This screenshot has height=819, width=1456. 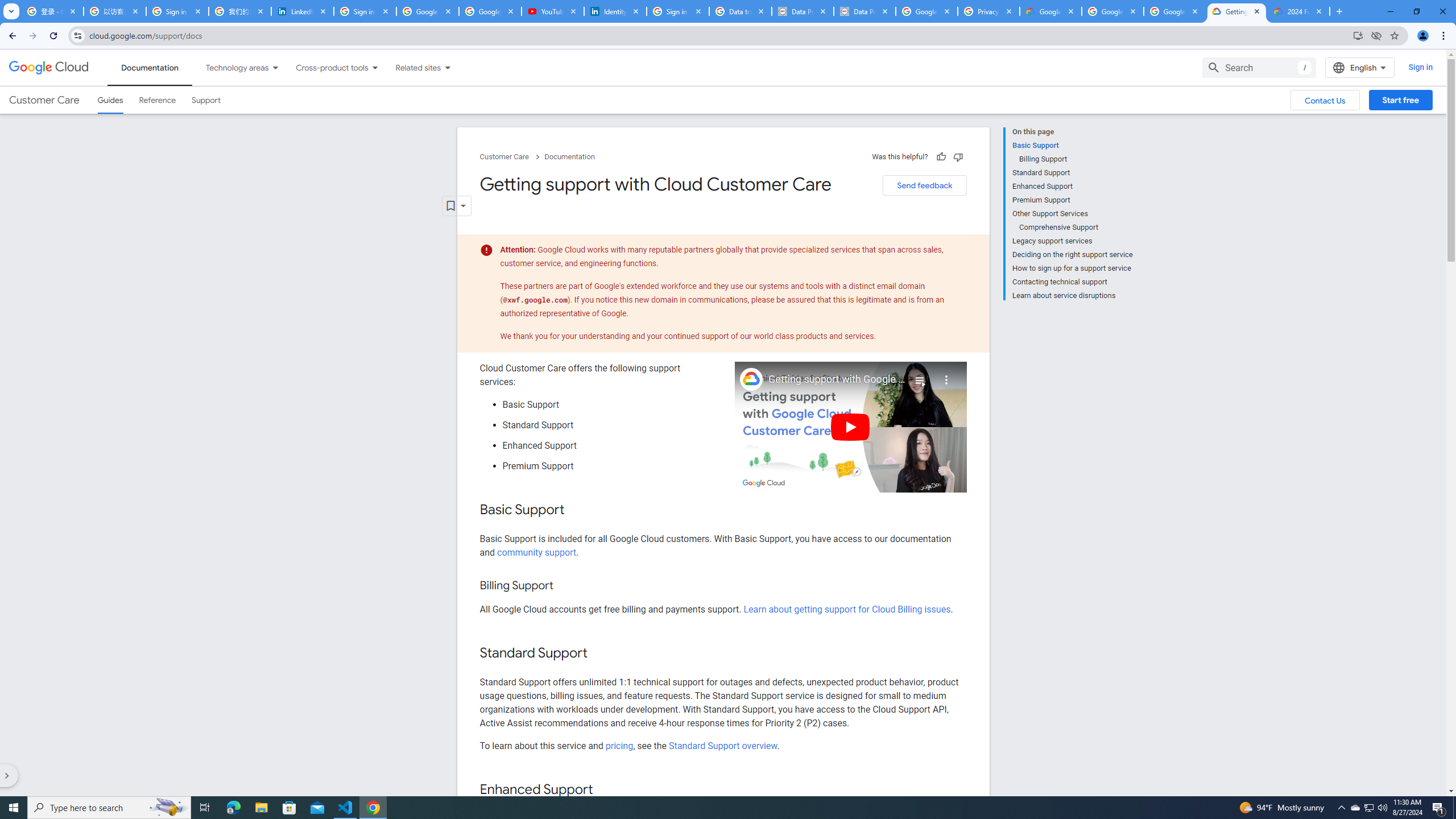 I want to click on 'Learn about service disruptions', so click(x=1072, y=294).